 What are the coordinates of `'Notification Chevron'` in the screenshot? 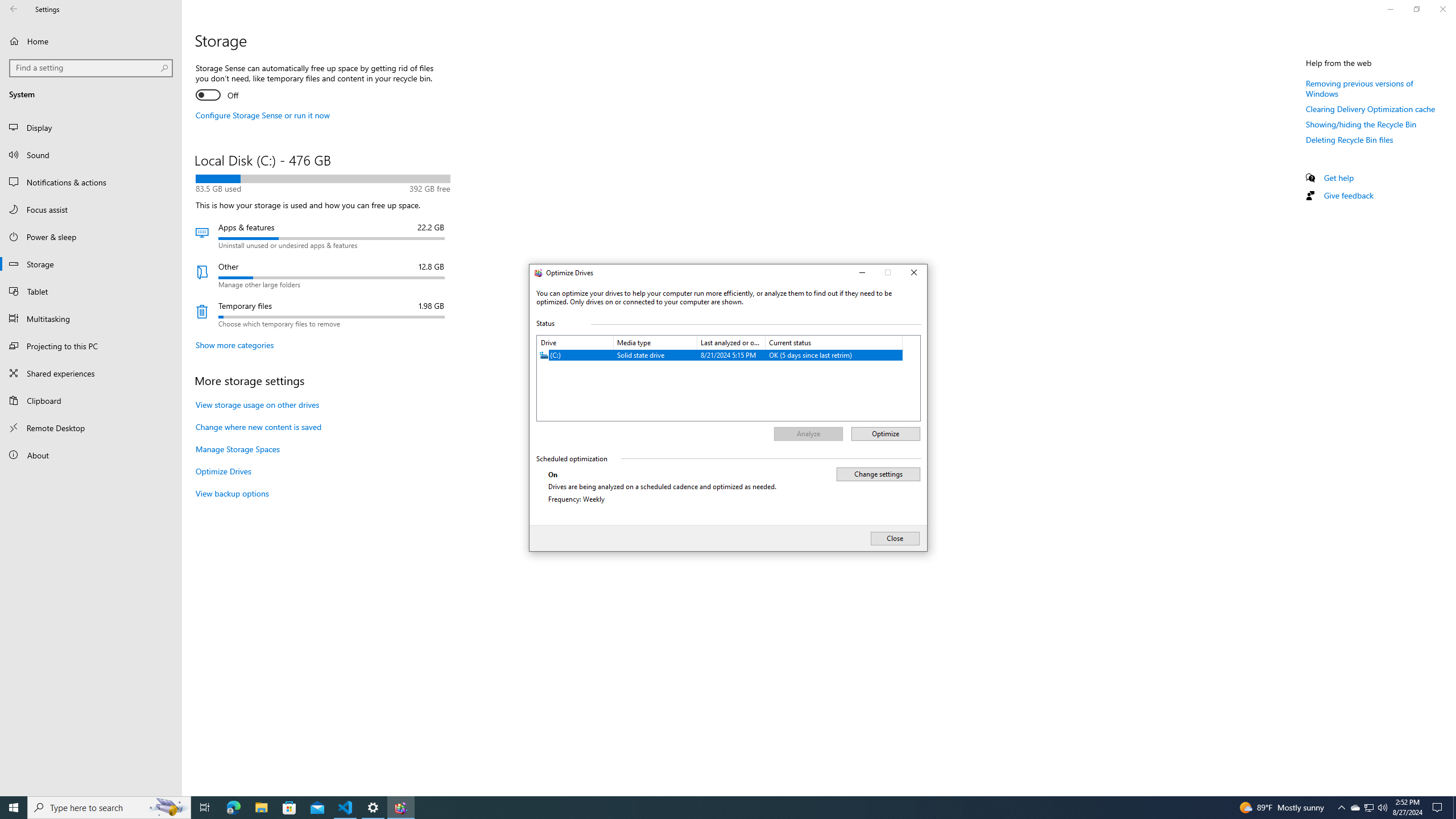 It's located at (1342, 806).